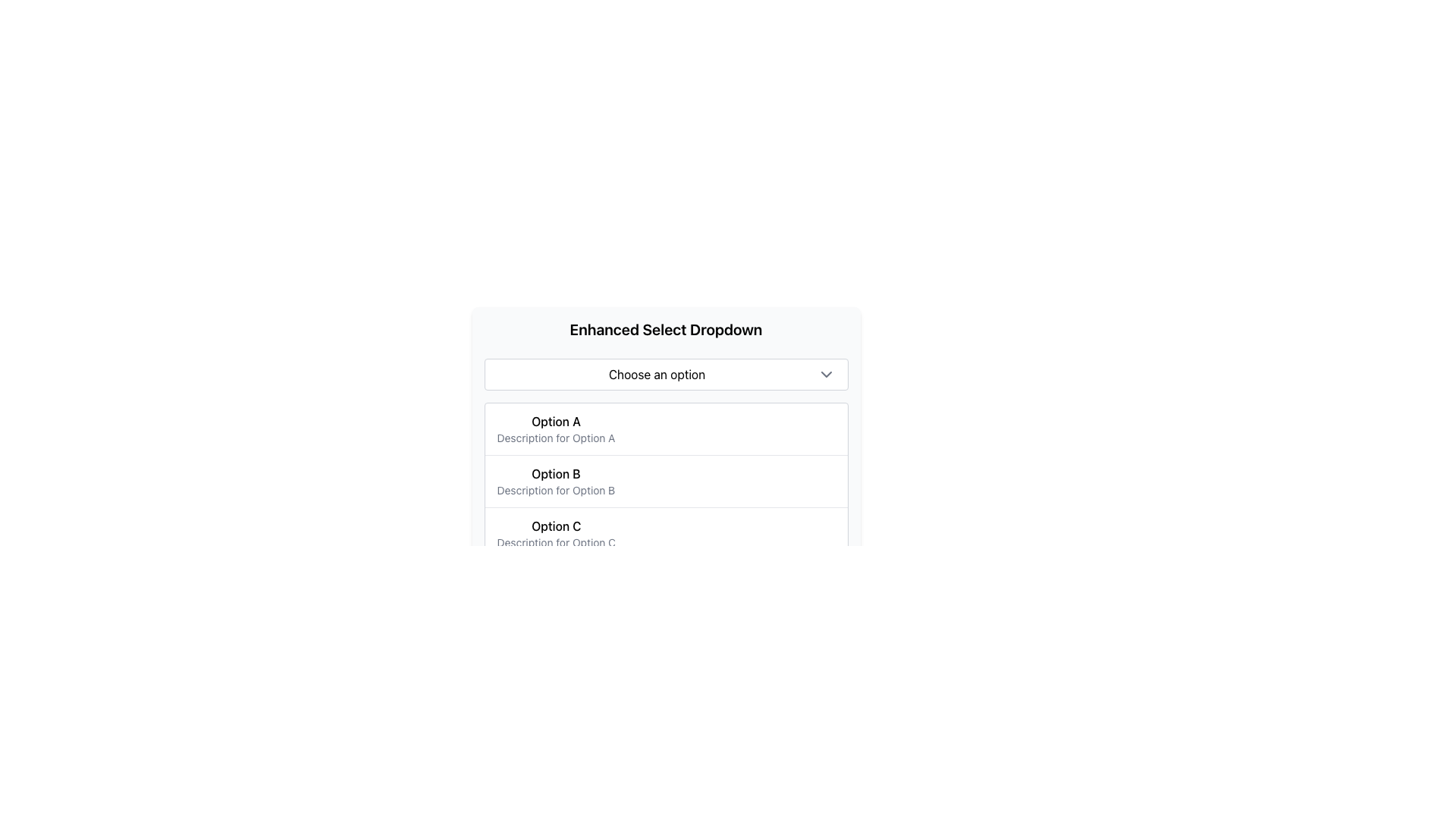 This screenshot has height=819, width=1456. Describe the element at coordinates (555, 421) in the screenshot. I see `the primary text label for the first dropdown option, which is positioned slightly to the left in the first row of the dropdown options, below the header section` at that location.